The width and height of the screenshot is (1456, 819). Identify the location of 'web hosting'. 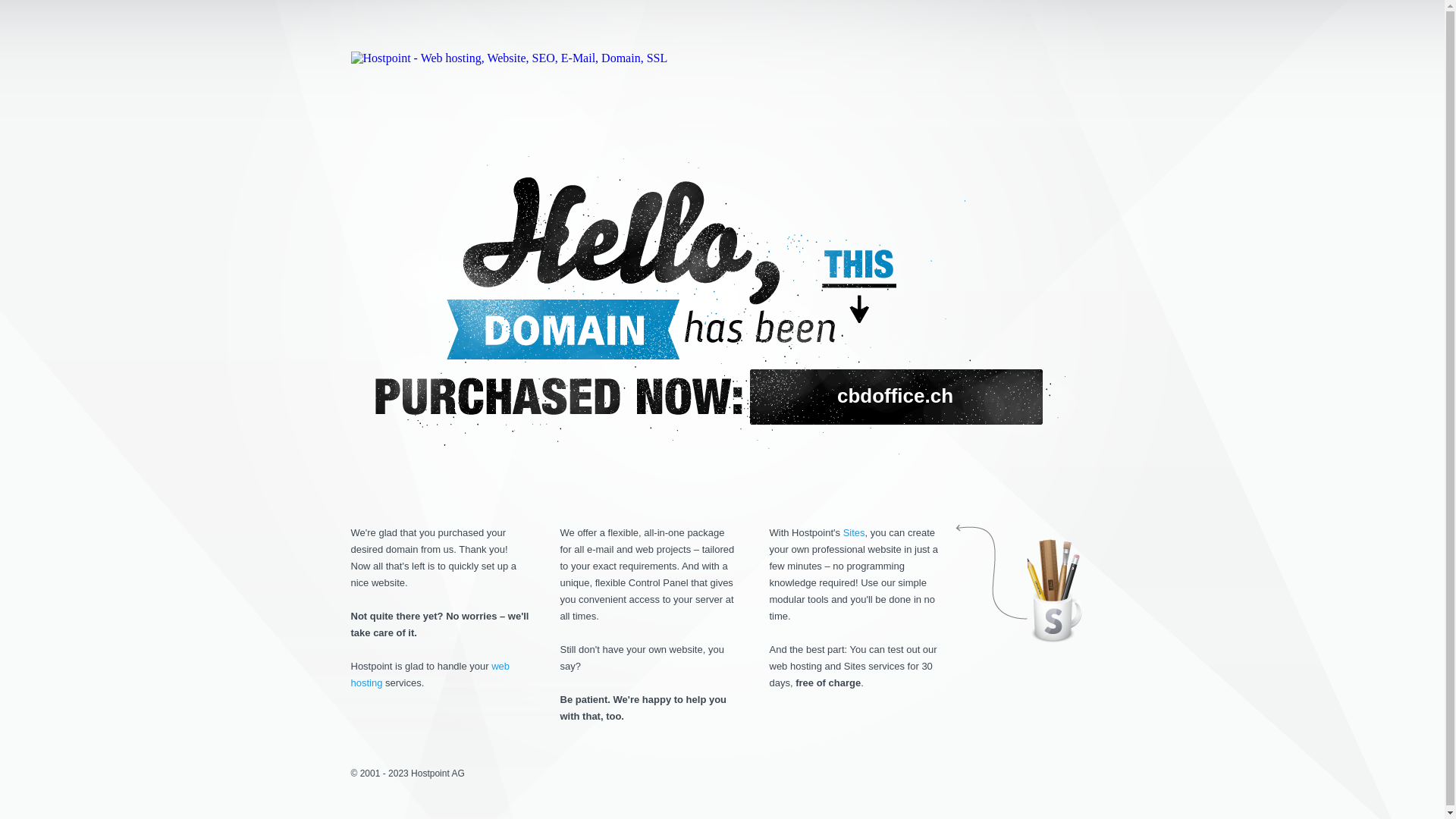
(349, 673).